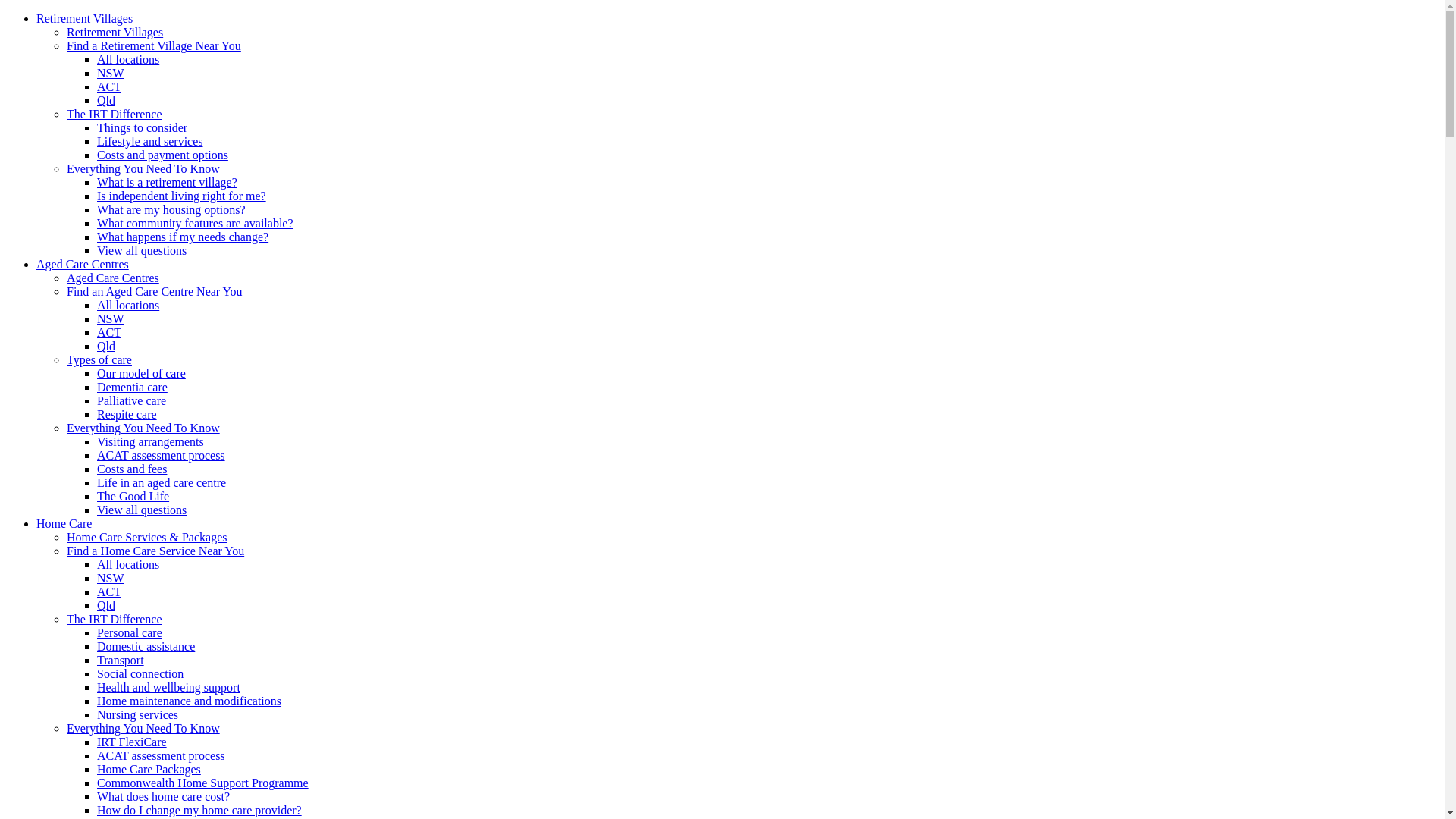 This screenshot has height=819, width=1456. I want to click on 'Respite care', so click(127, 414).